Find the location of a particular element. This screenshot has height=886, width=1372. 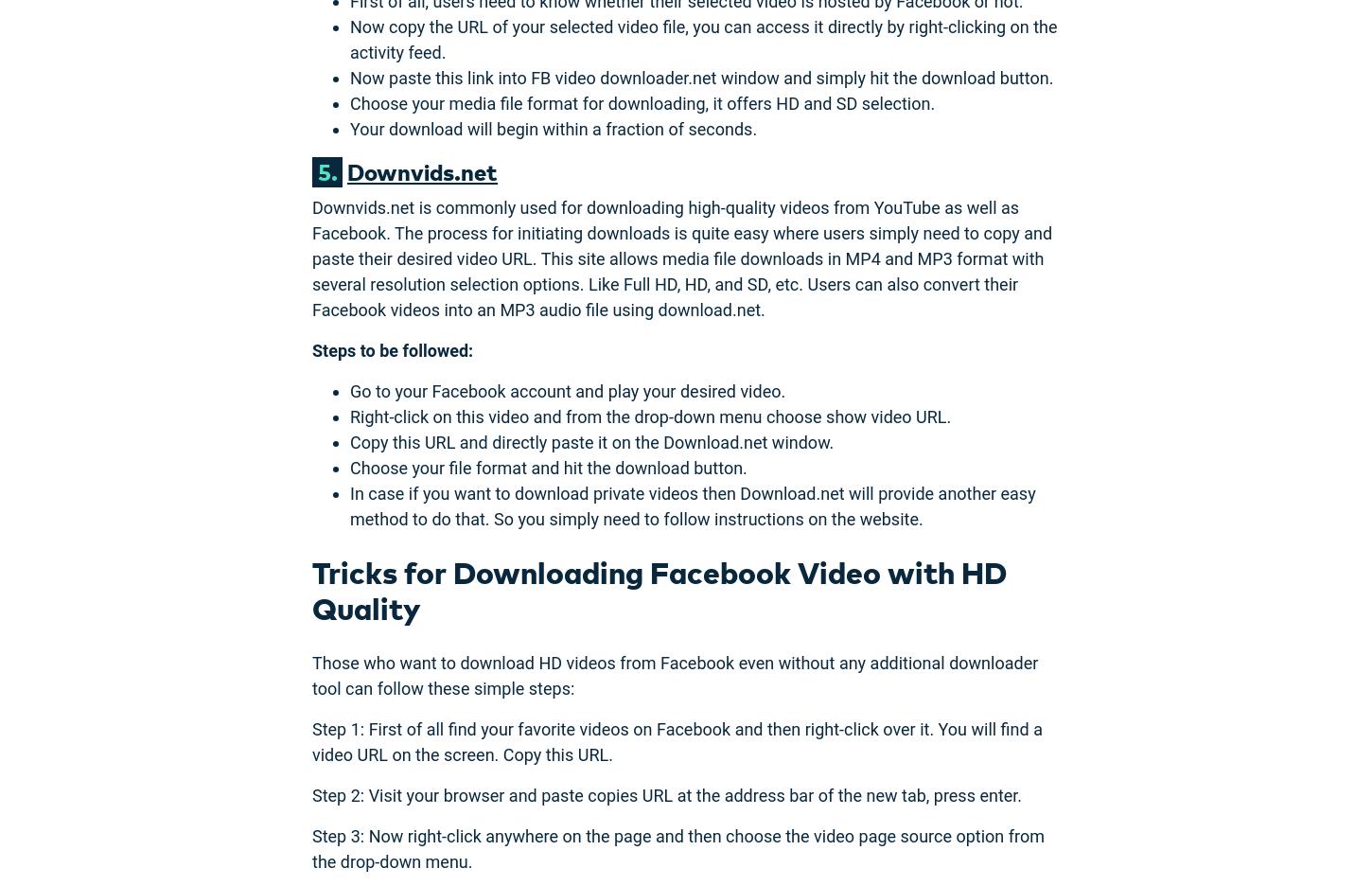

'Right-click on this video and from the drop-down menu choose show video URL.' is located at coordinates (649, 416).